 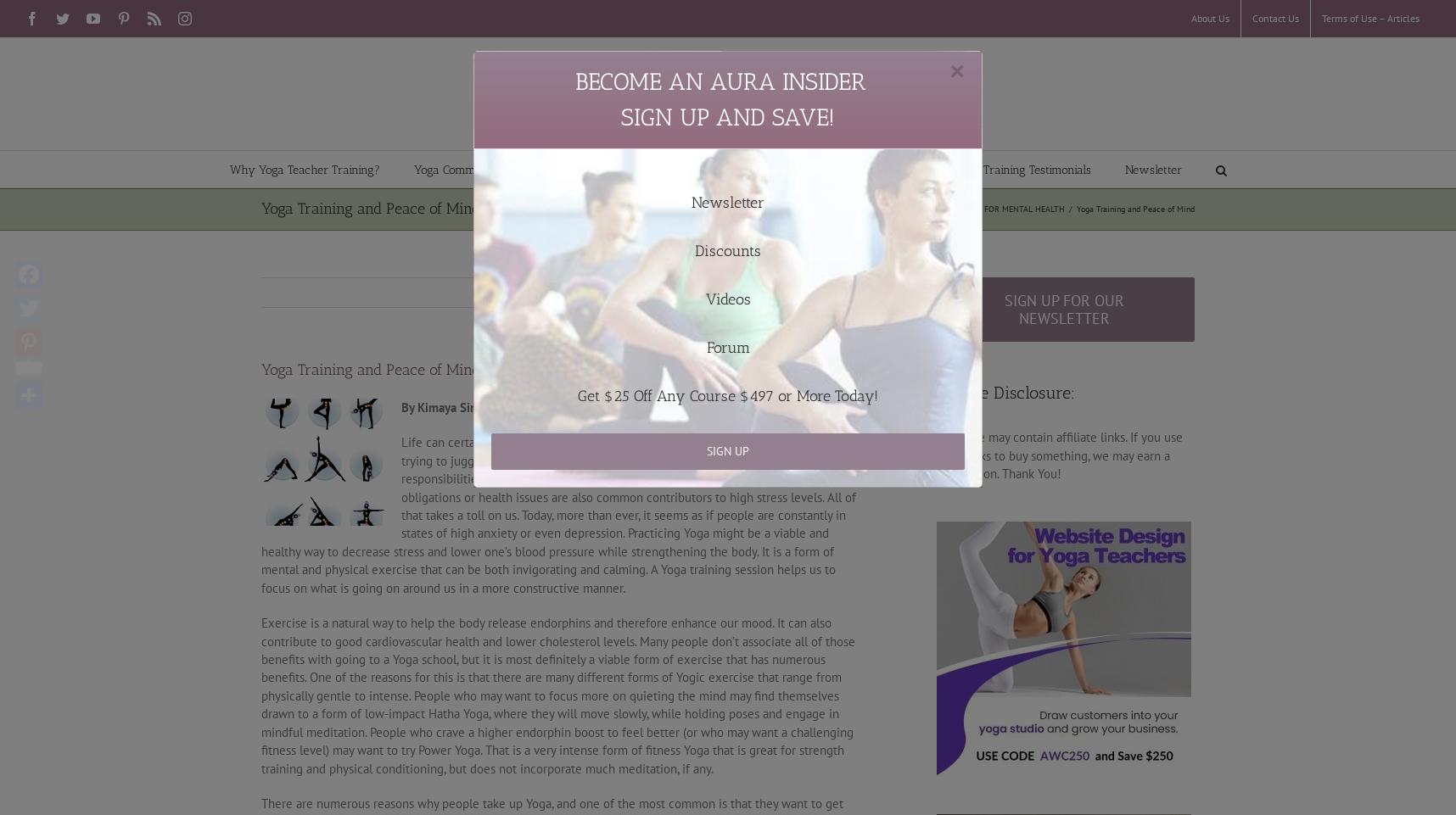 What do you see at coordinates (728, 250) in the screenshot?
I see `'Discounts'` at bounding box center [728, 250].